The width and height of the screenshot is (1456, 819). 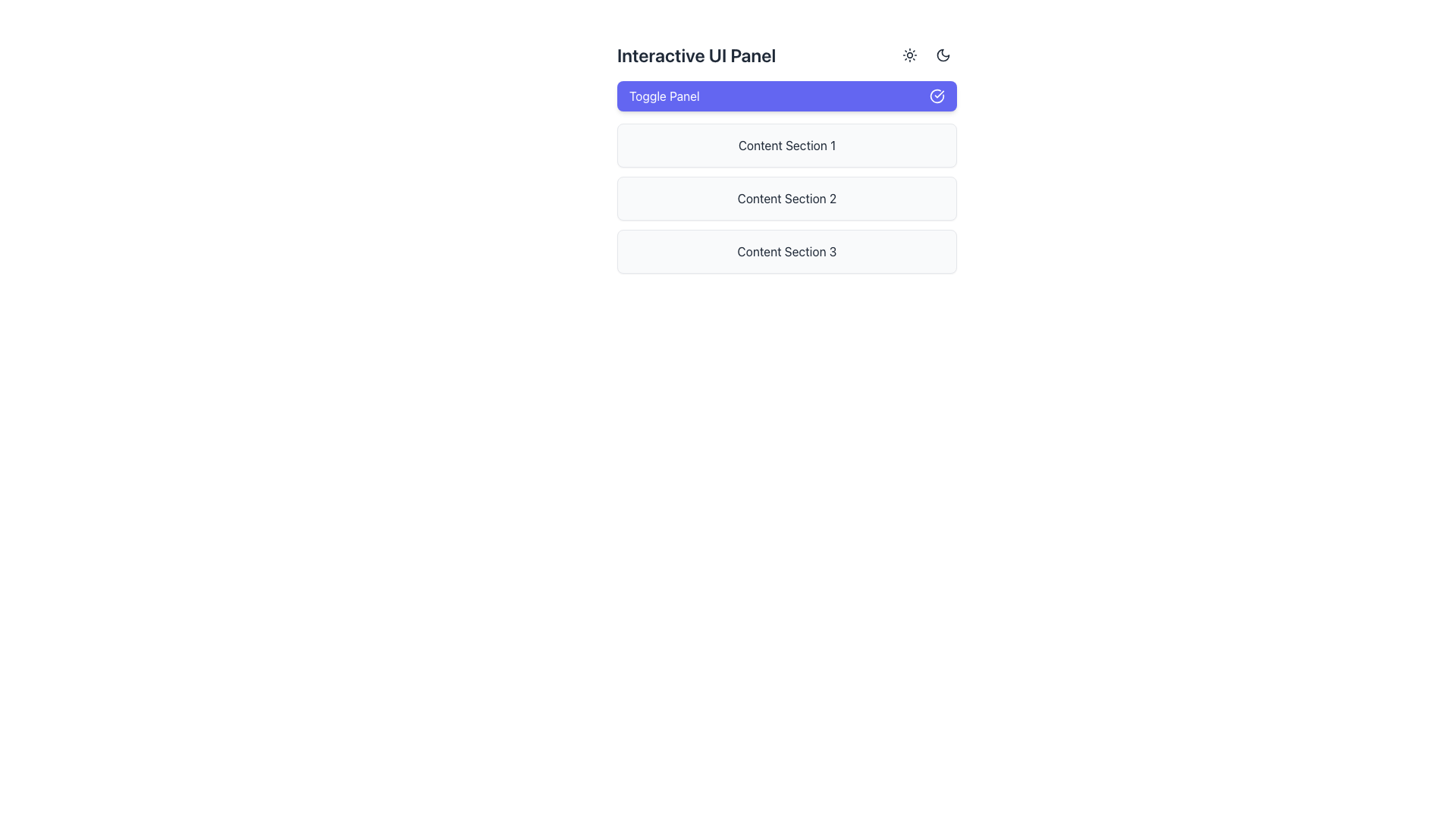 What do you see at coordinates (786, 198) in the screenshot?
I see `the 'Content Section 2' label, which is the second rectangular section in a vertically stacked list with a light gray background and dark font text` at bounding box center [786, 198].